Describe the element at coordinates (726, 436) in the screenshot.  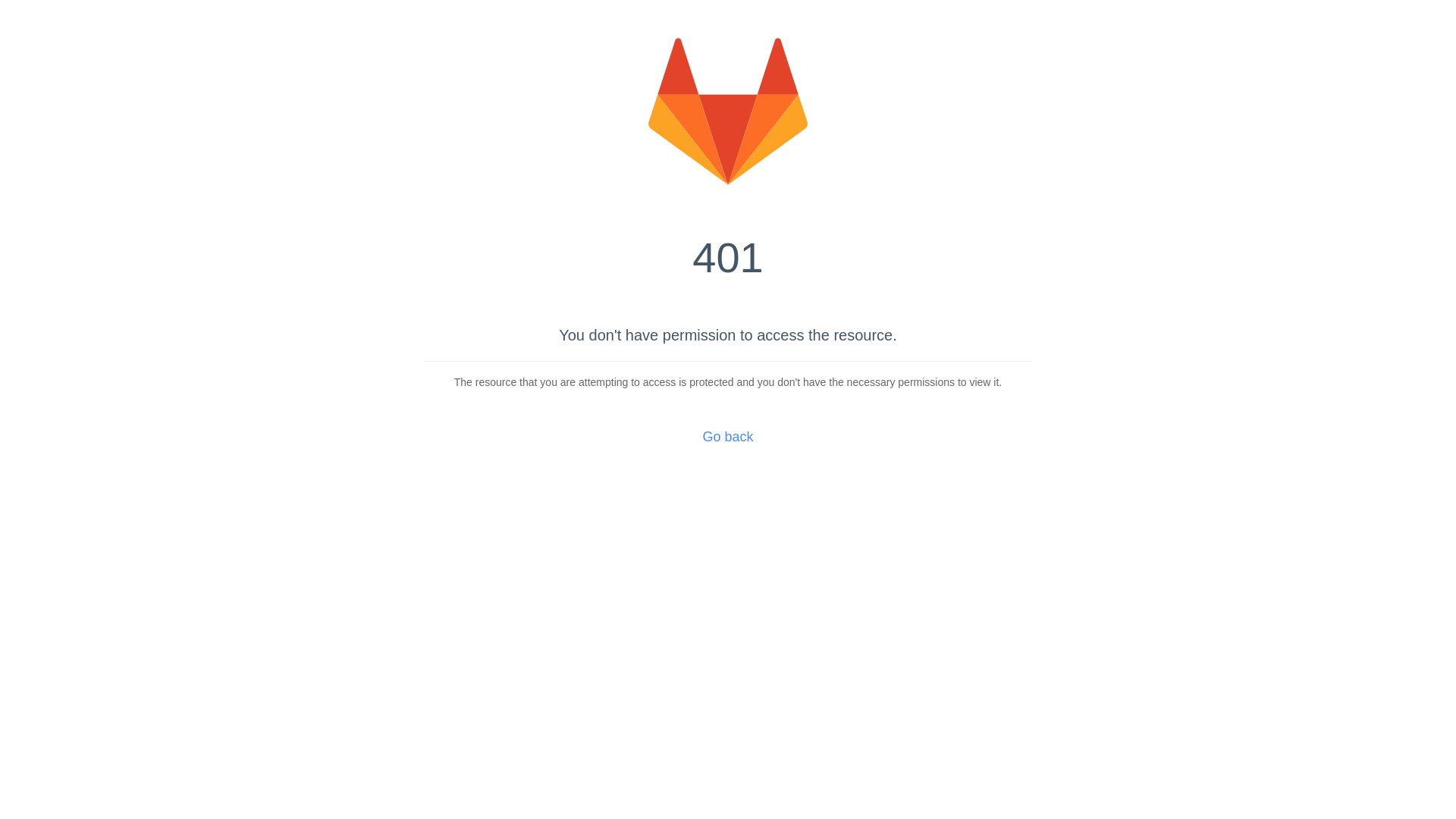
I see `'Go back'` at that location.